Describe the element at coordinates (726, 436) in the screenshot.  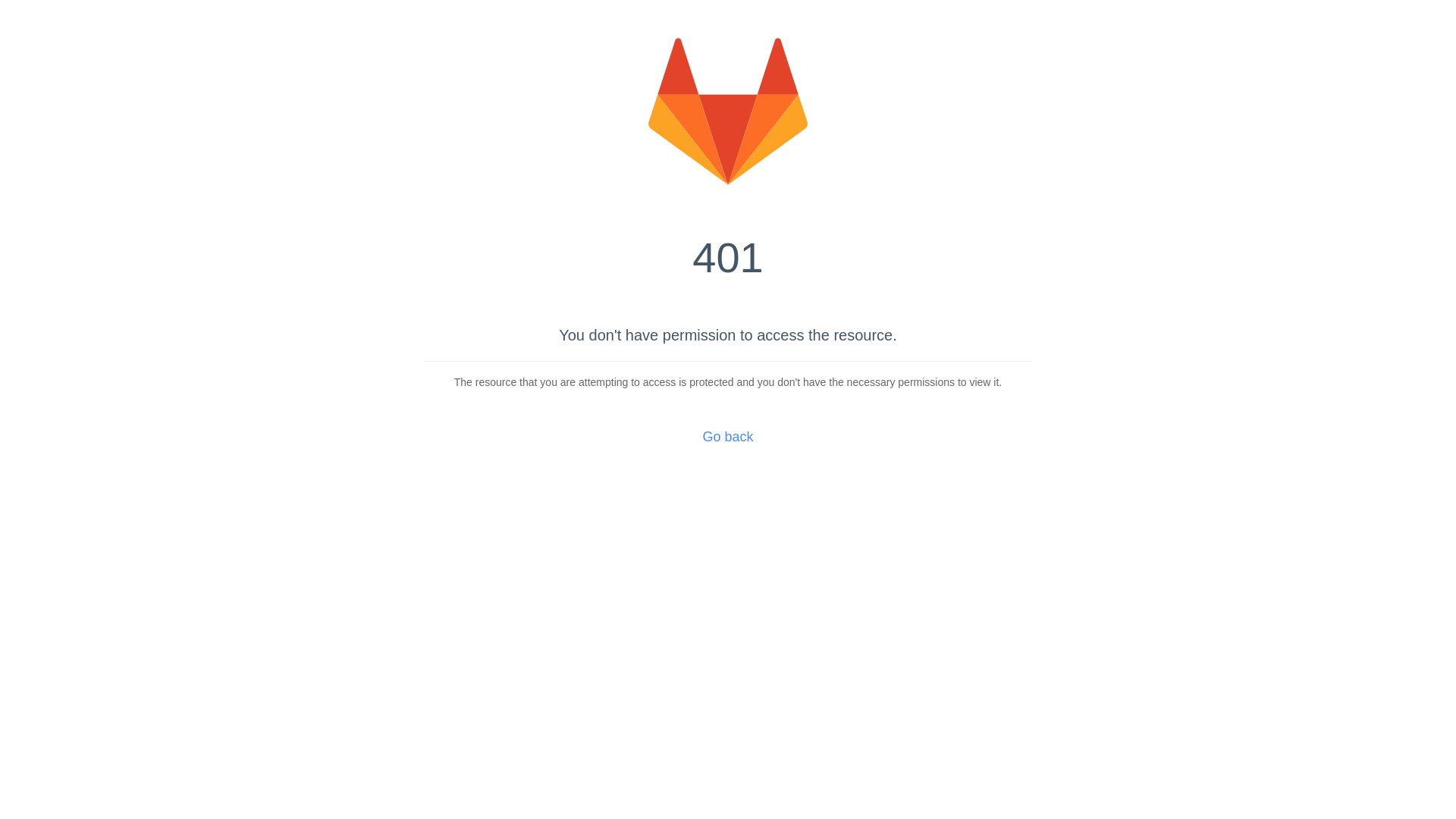
I see `'Go back'` at that location.